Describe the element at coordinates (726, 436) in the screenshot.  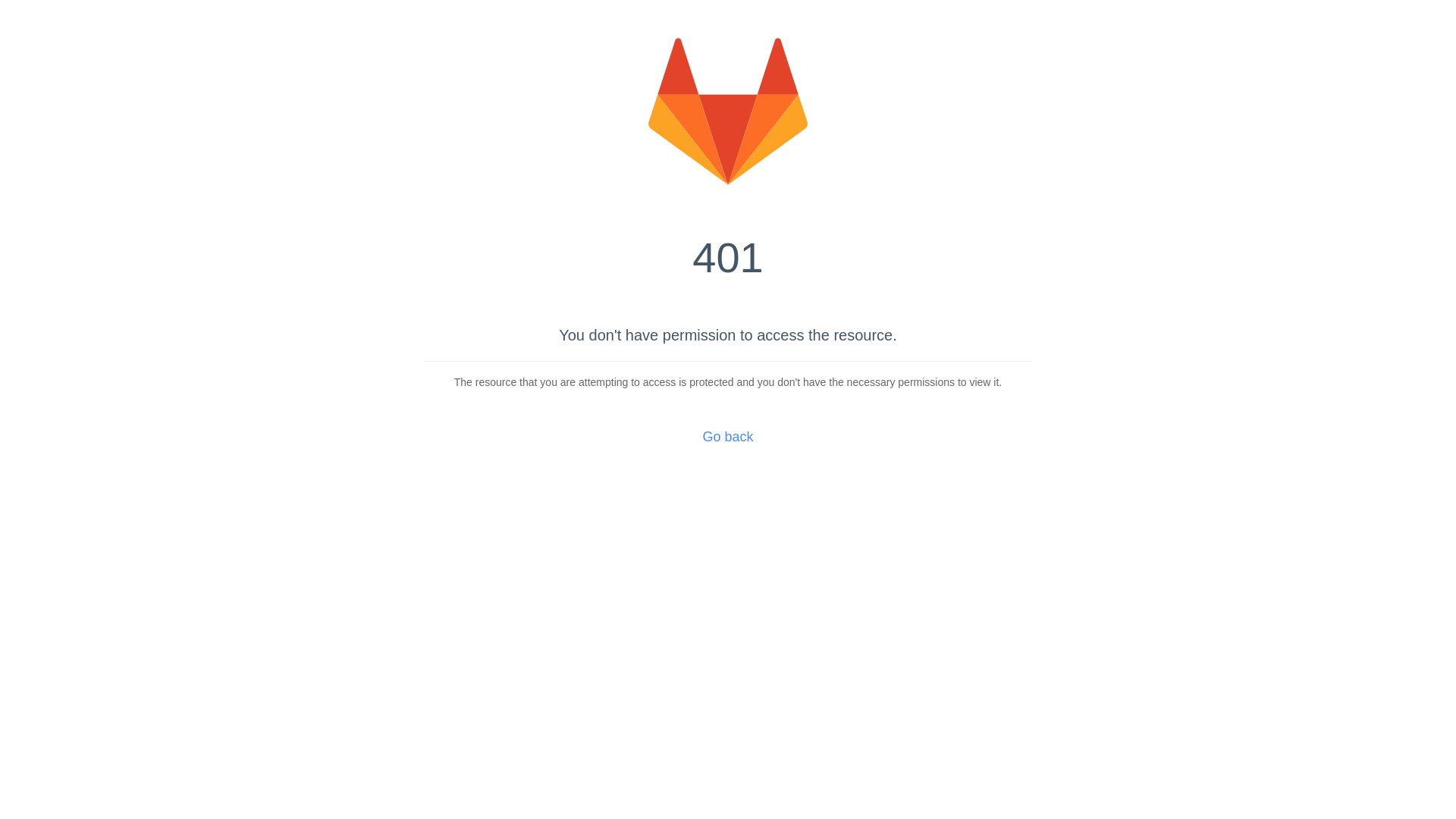
I see `'Go back'` at that location.